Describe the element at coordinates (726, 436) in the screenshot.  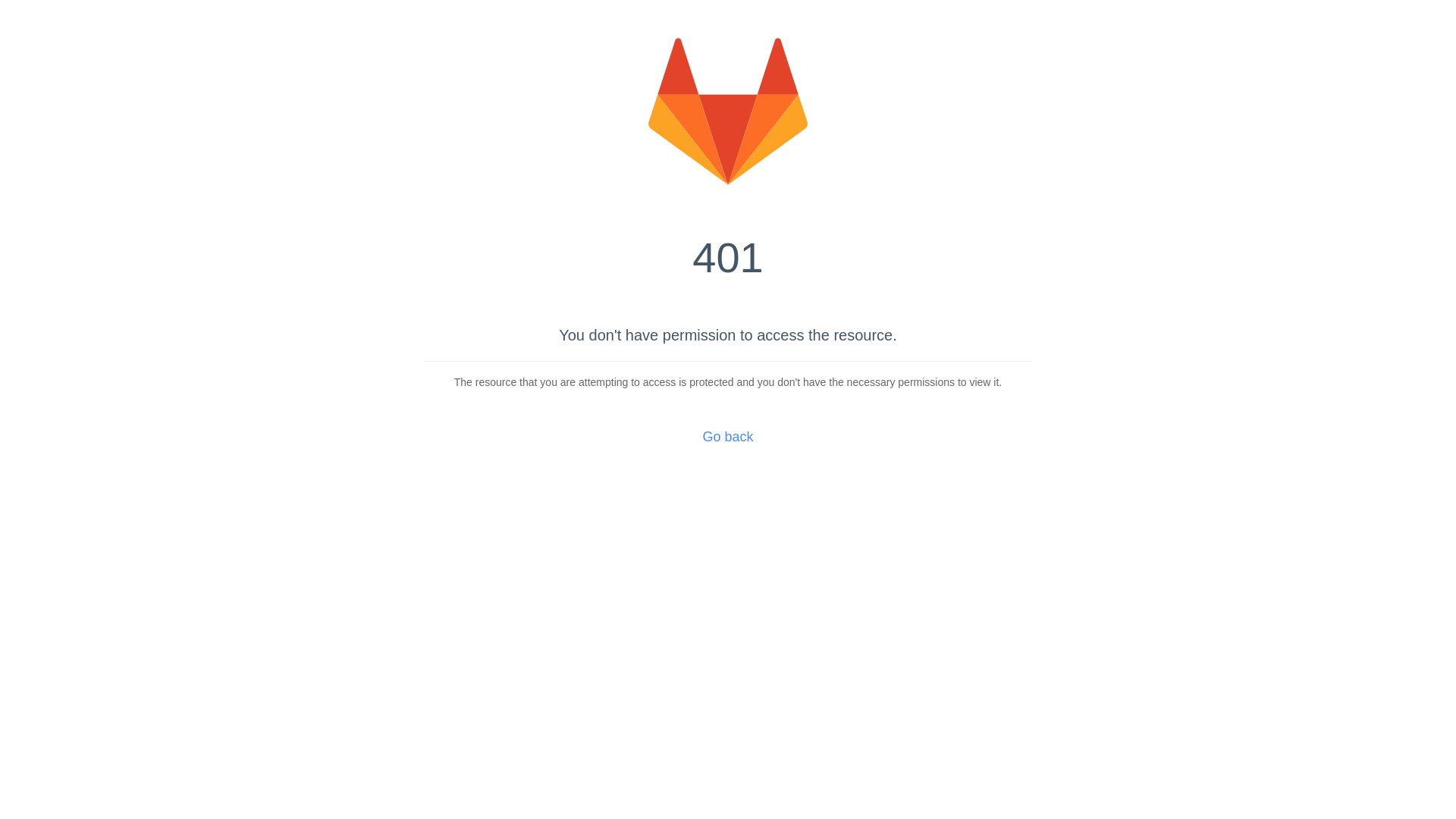
I see `'Go back'` at that location.